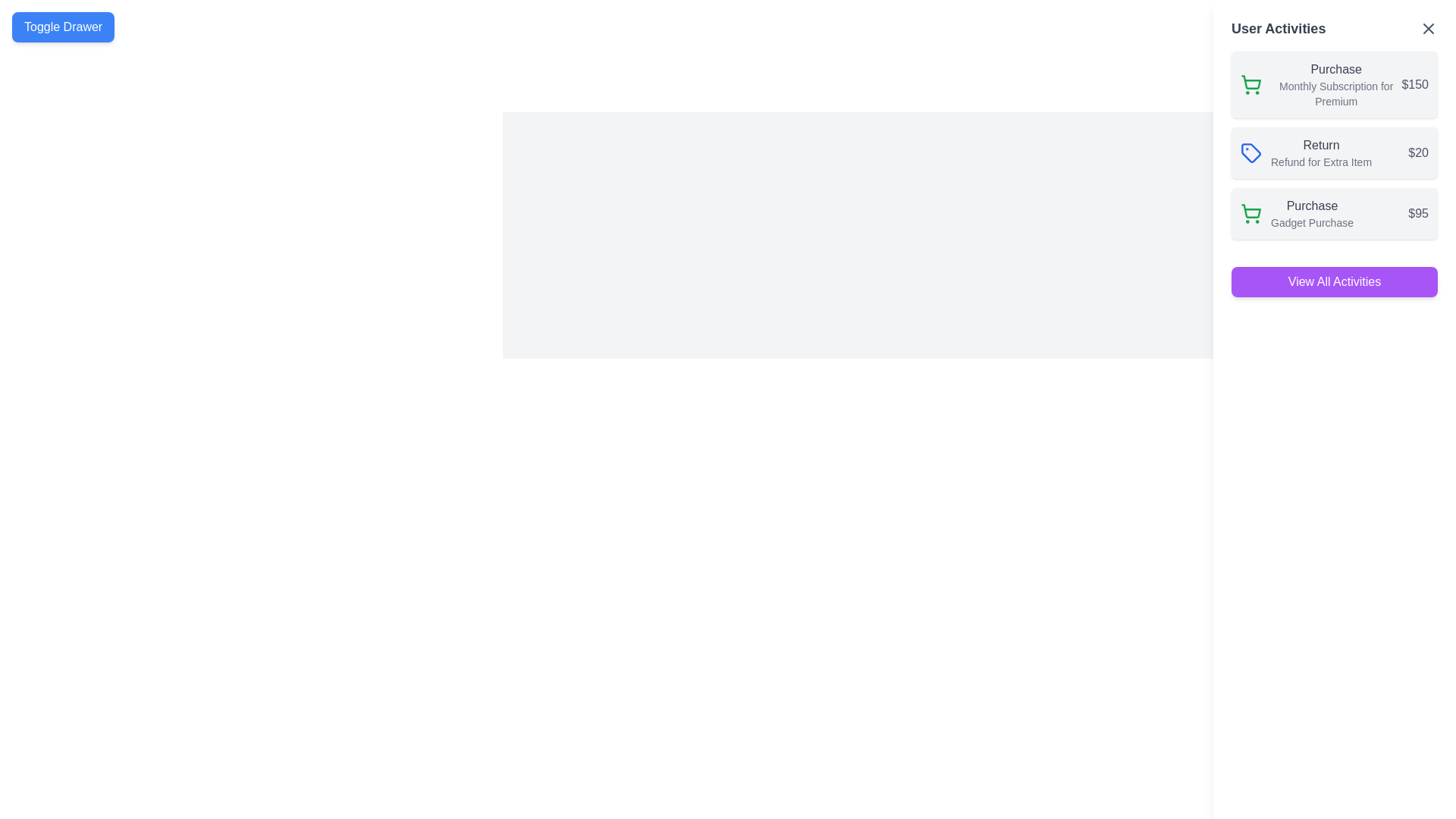 The width and height of the screenshot is (1456, 819). I want to click on the Informational Card that describes the refund action for an extra item valued at $20, which is the second panel in the 'User Activities' section, so click(1335, 152).